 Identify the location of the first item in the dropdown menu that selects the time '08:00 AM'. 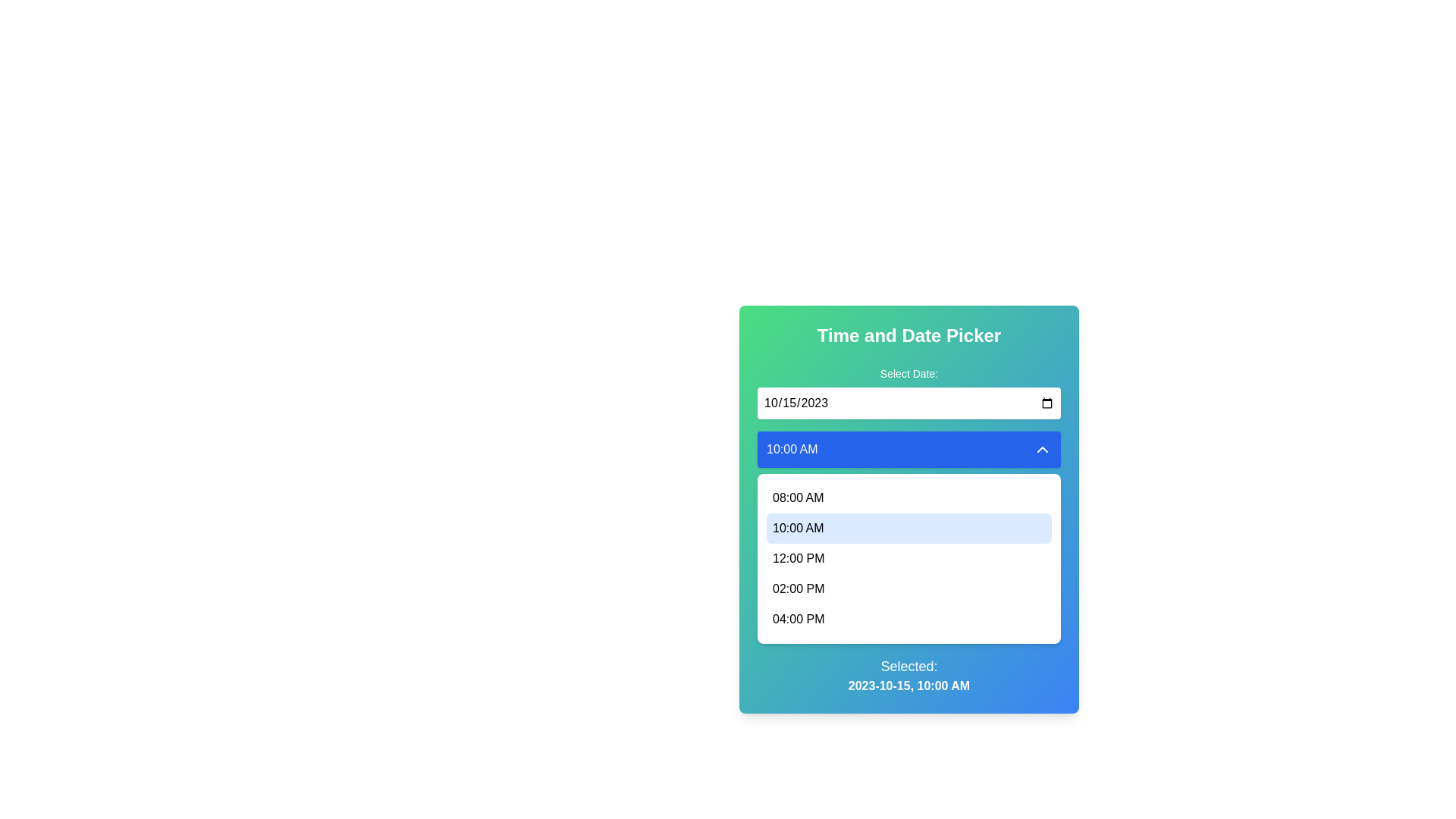
(909, 497).